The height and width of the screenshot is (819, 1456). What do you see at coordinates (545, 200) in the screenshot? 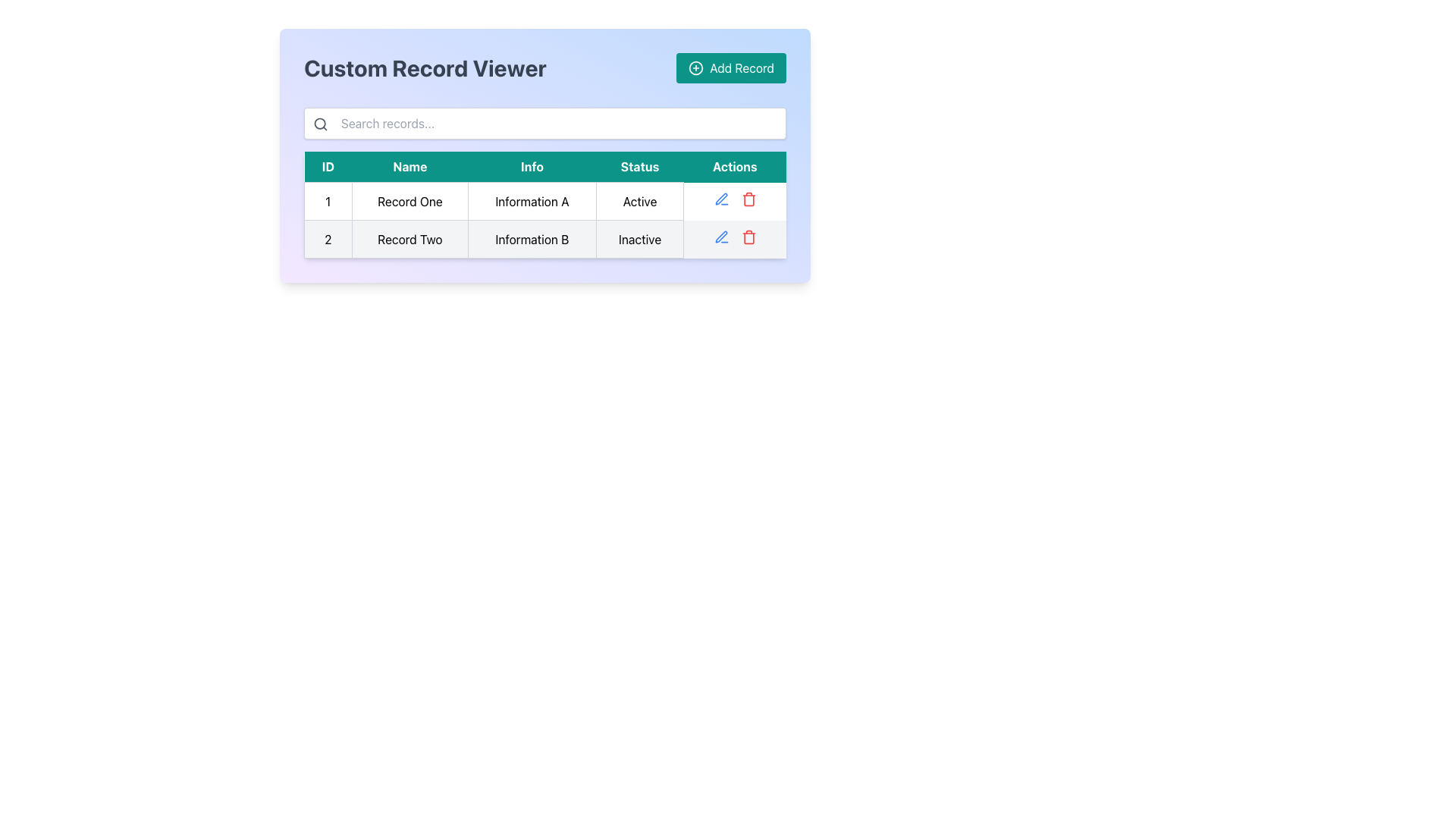
I see `the first row of the table that displays records, which contains the ID '1', name 'Record One', additional details 'Information A', and status 'Active'` at bounding box center [545, 200].